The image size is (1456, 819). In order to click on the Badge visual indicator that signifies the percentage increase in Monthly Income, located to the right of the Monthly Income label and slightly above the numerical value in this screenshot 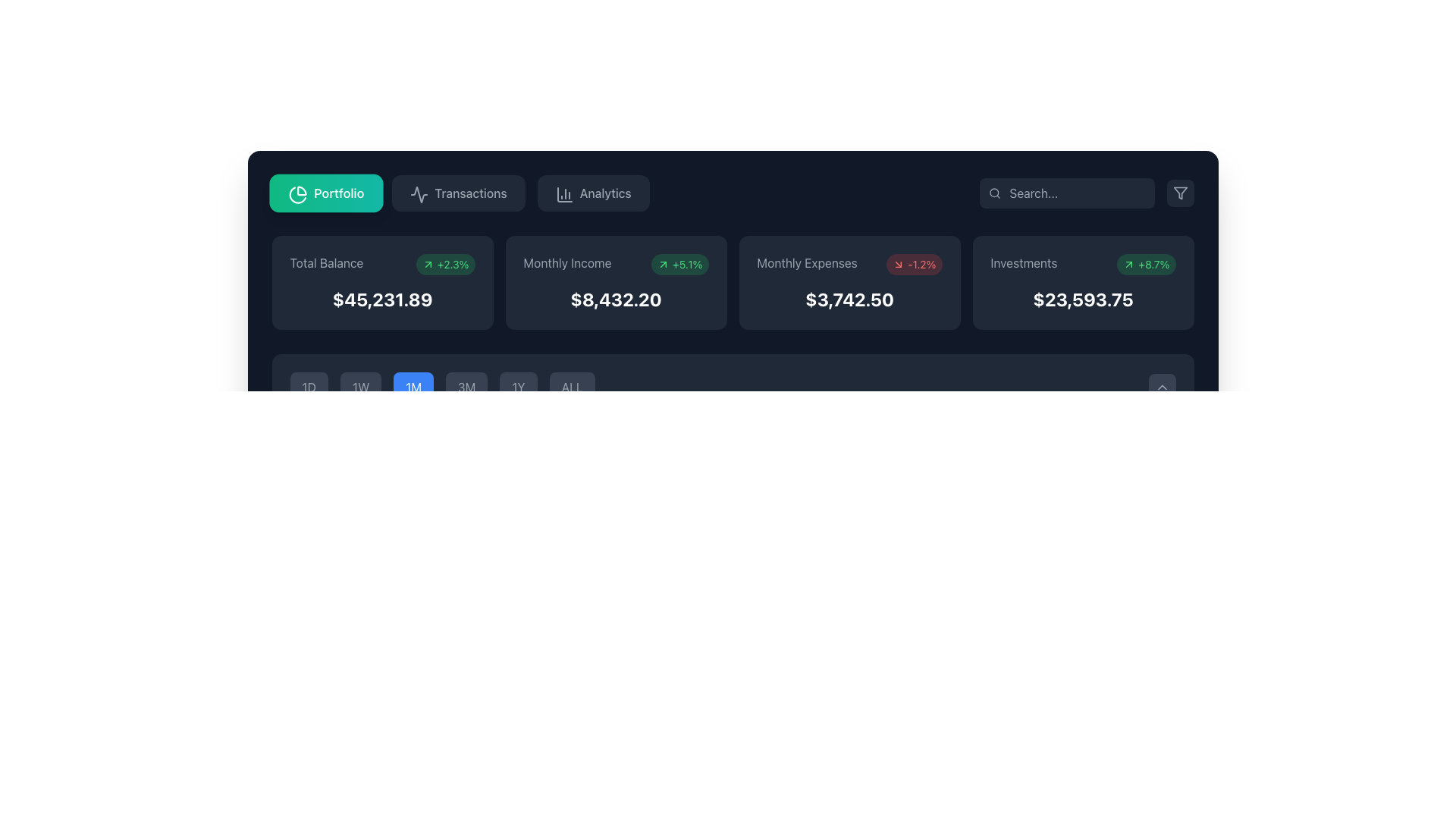, I will do `click(679, 263)`.